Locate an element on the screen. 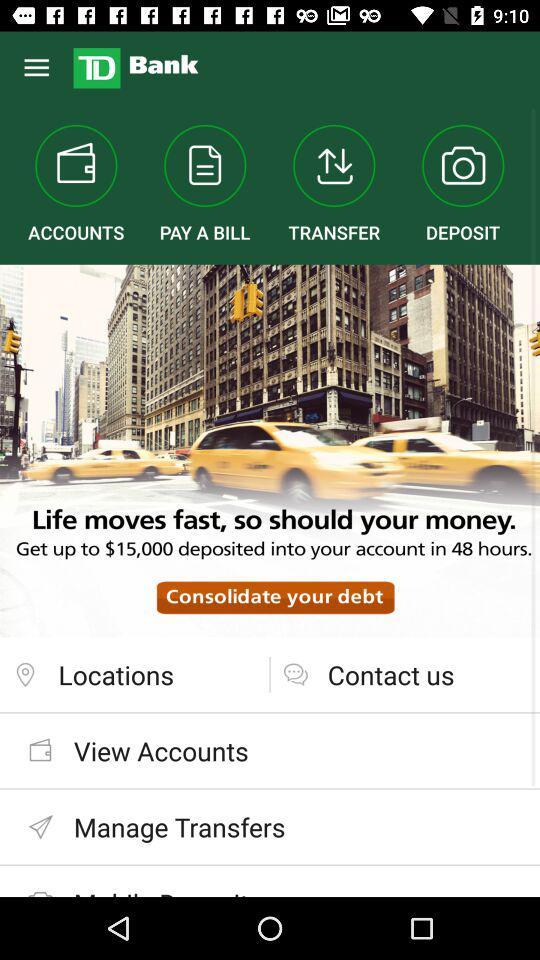 The image size is (540, 960). locations at the bottom left corner is located at coordinates (134, 674).